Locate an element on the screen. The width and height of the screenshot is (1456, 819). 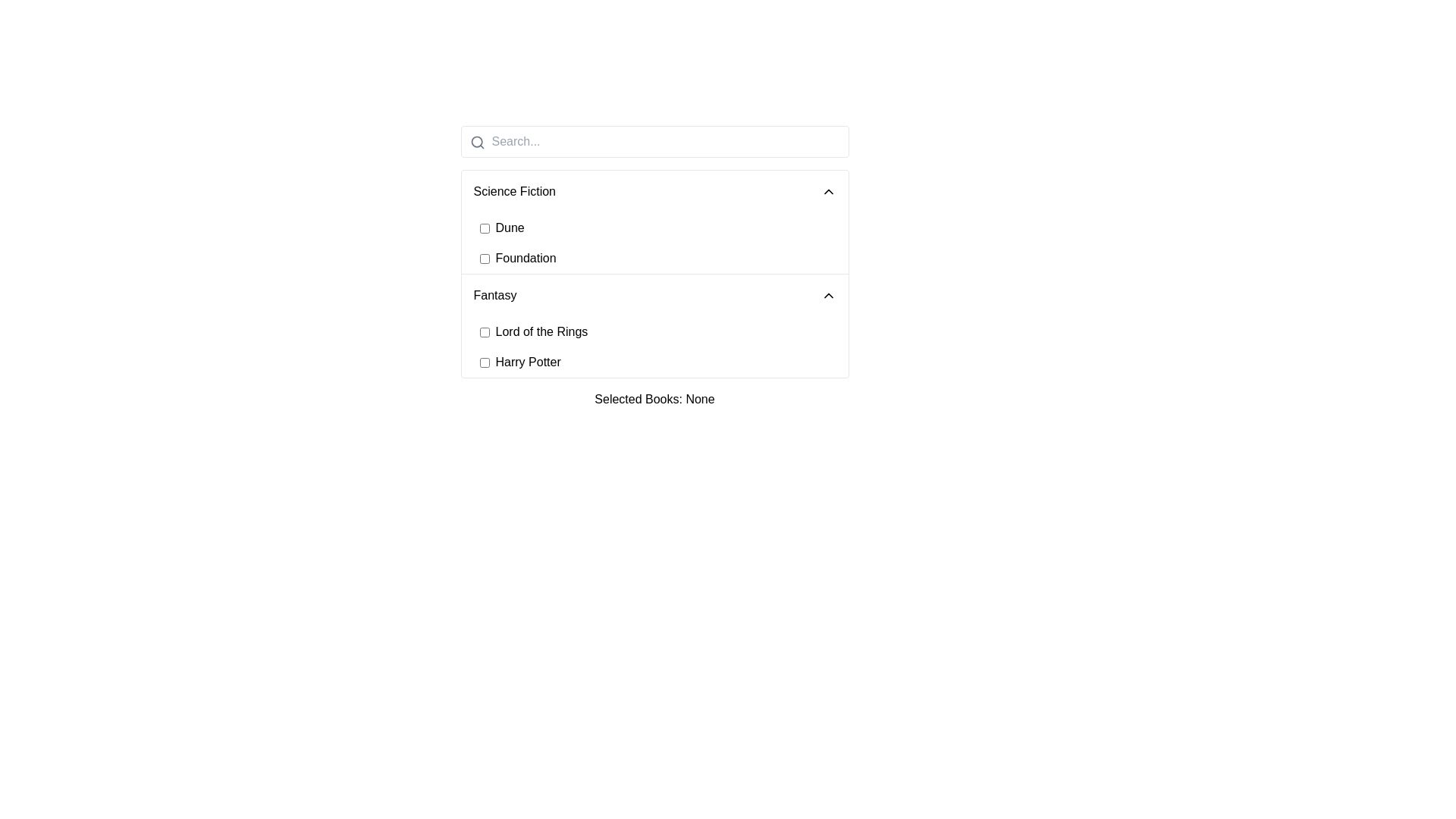
the upward-facing chevron icon located at the far-right side of the 'Fantasy' section header is located at coordinates (827, 295).